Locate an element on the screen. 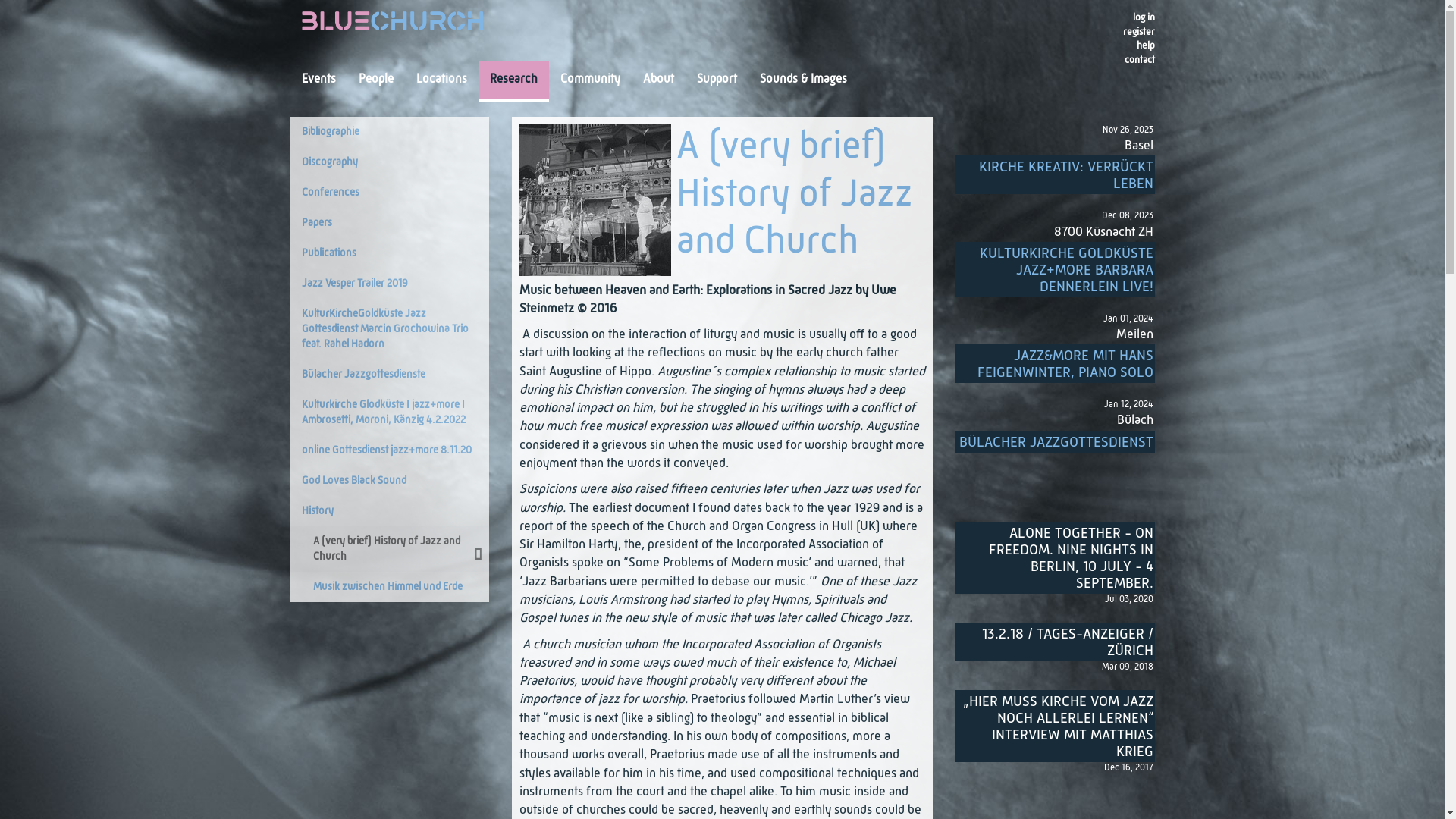 The width and height of the screenshot is (1456, 819). 'Research' is located at coordinates (513, 79).